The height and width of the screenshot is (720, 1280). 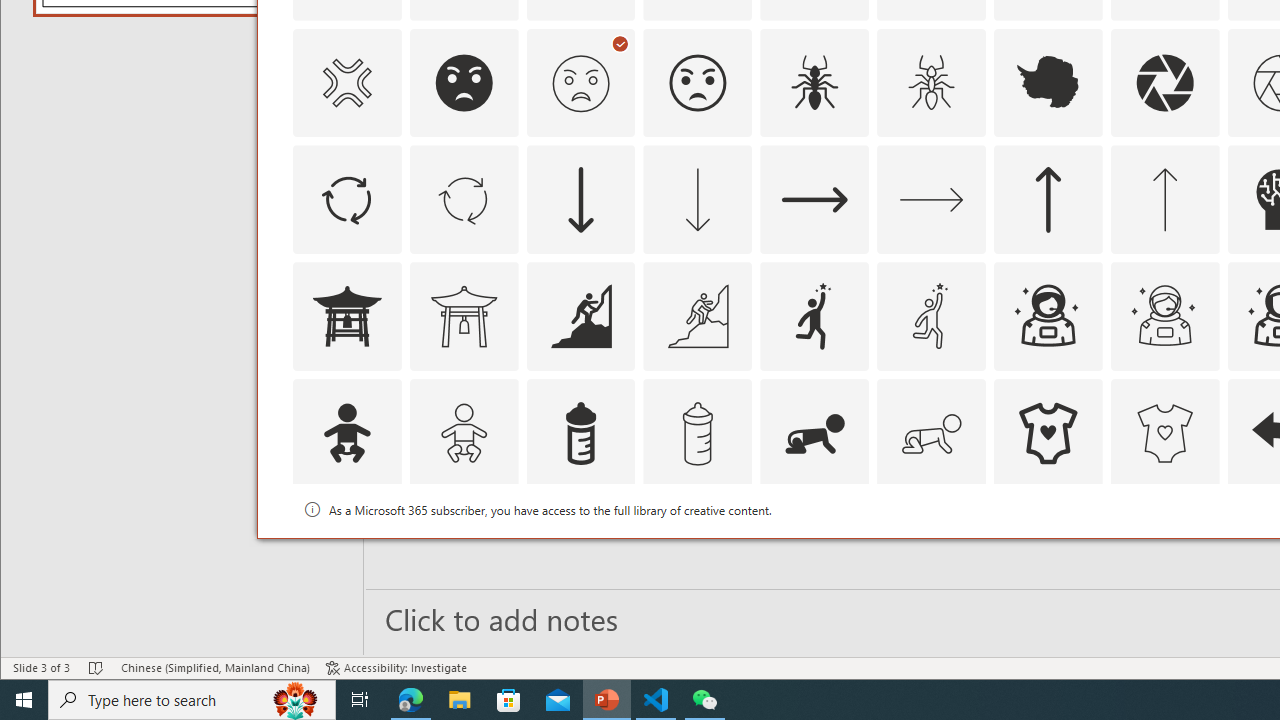 I want to click on 'AutomationID: Icons_BabyOnesie_M', so click(x=1164, y=433).